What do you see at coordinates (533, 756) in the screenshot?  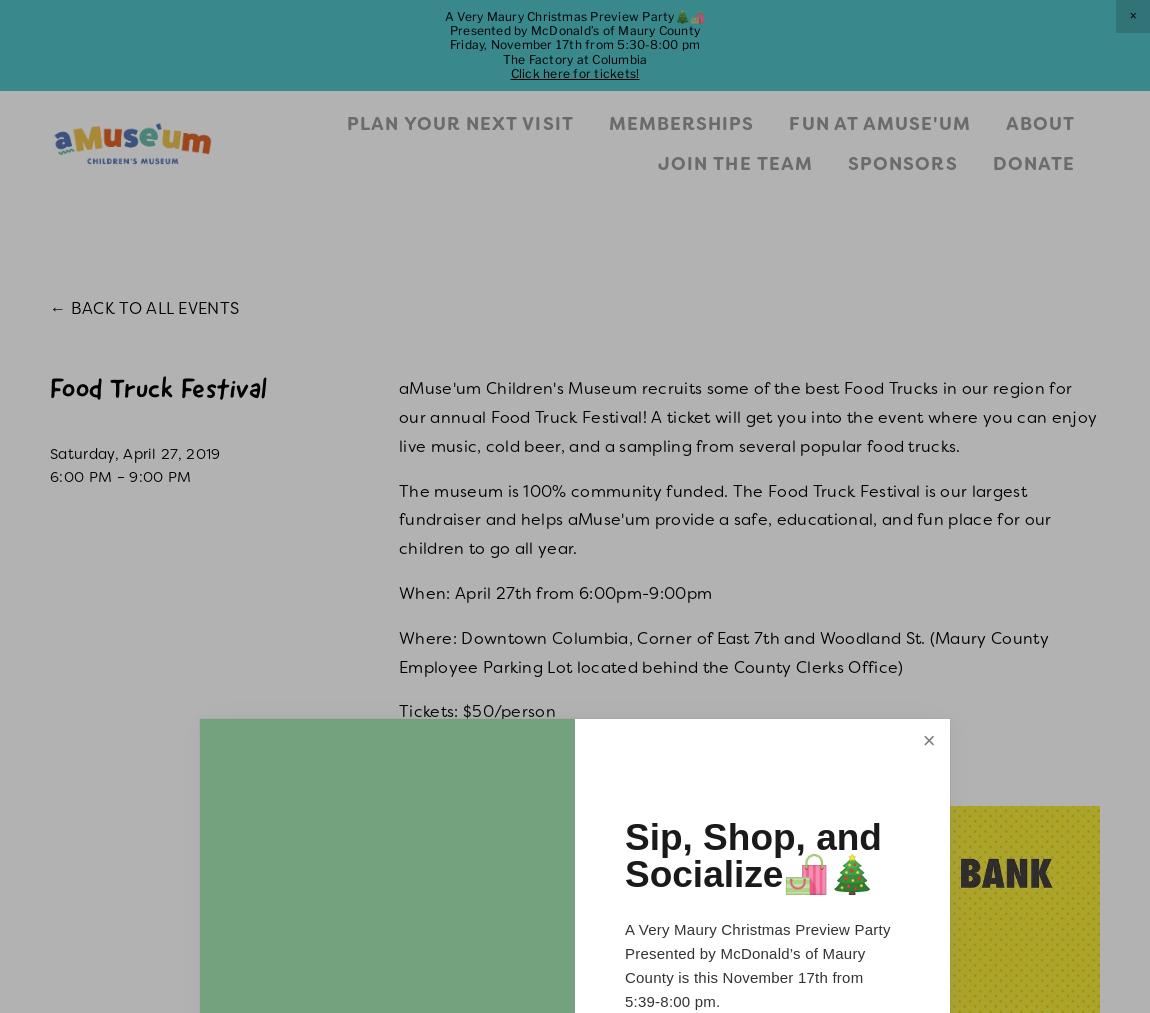 I see `'Ticket sales will open March 25th!'` at bounding box center [533, 756].